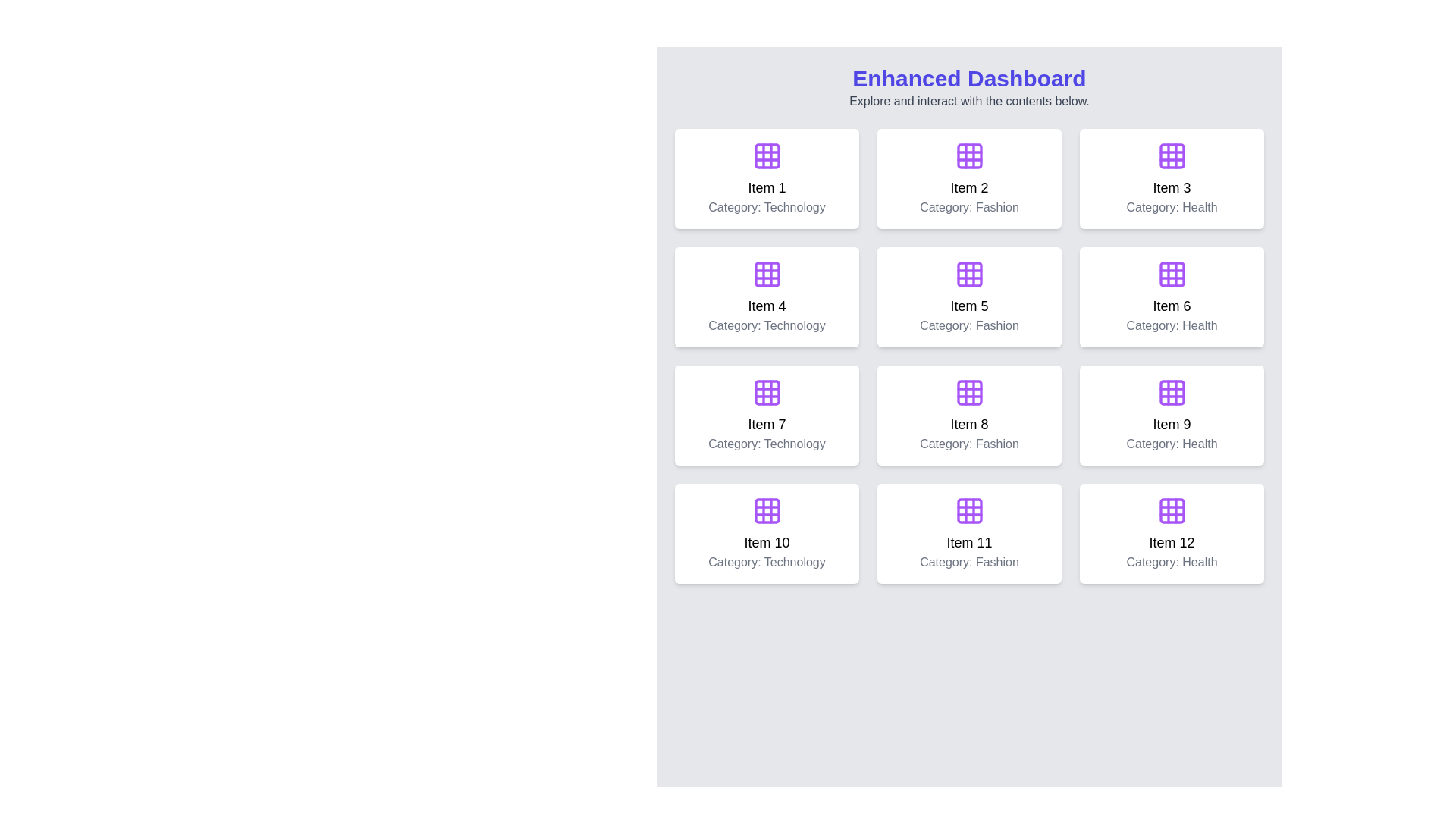 Image resolution: width=1456 pixels, height=819 pixels. Describe the element at coordinates (968, 79) in the screenshot. I see `the heading text element at the top of the dashboard page, which serves as a title and is centered horizontally` at that location.